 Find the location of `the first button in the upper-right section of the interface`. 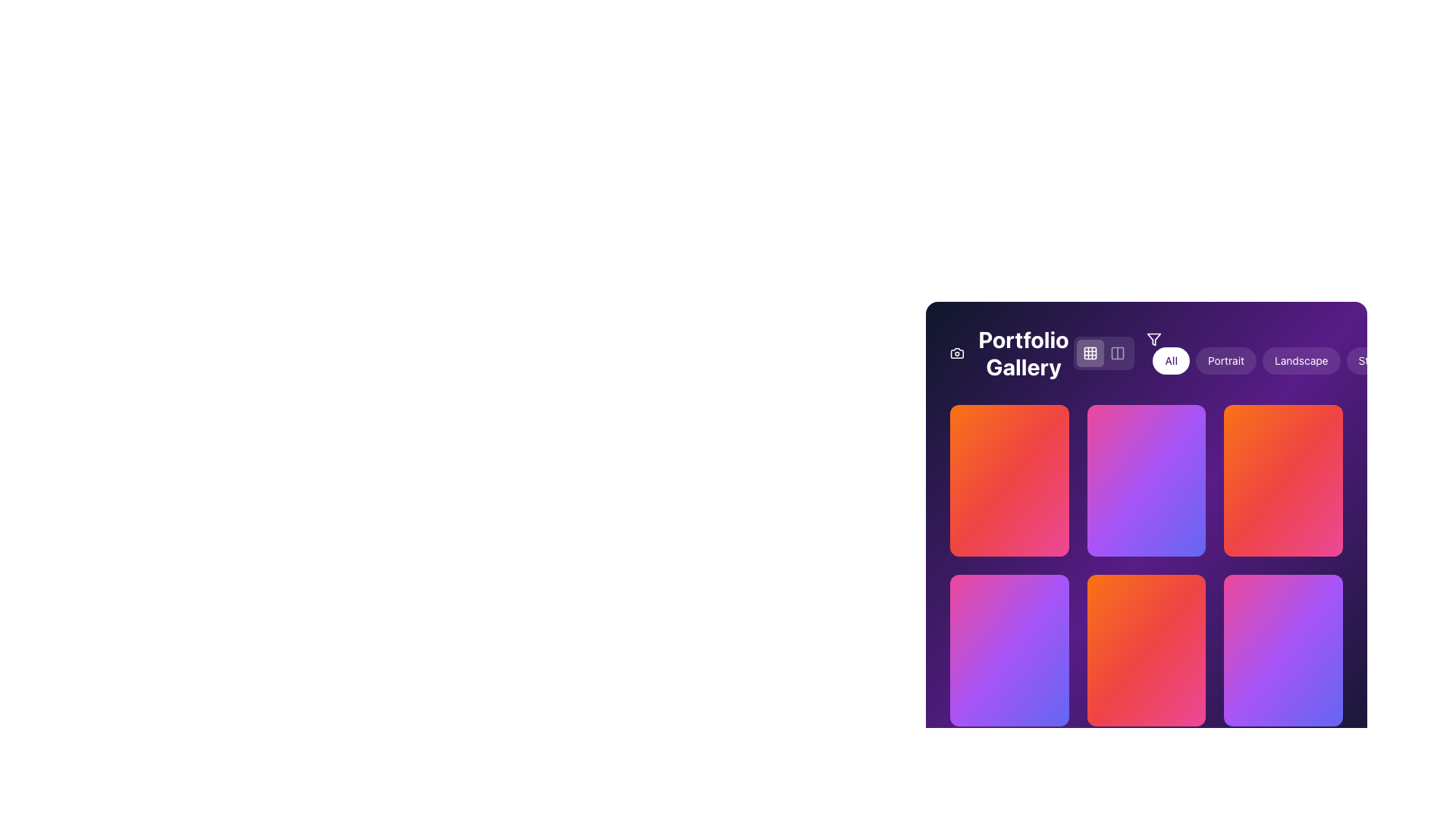

the first button in the upper-right section of the interface is located at coordinates (1090, 353).